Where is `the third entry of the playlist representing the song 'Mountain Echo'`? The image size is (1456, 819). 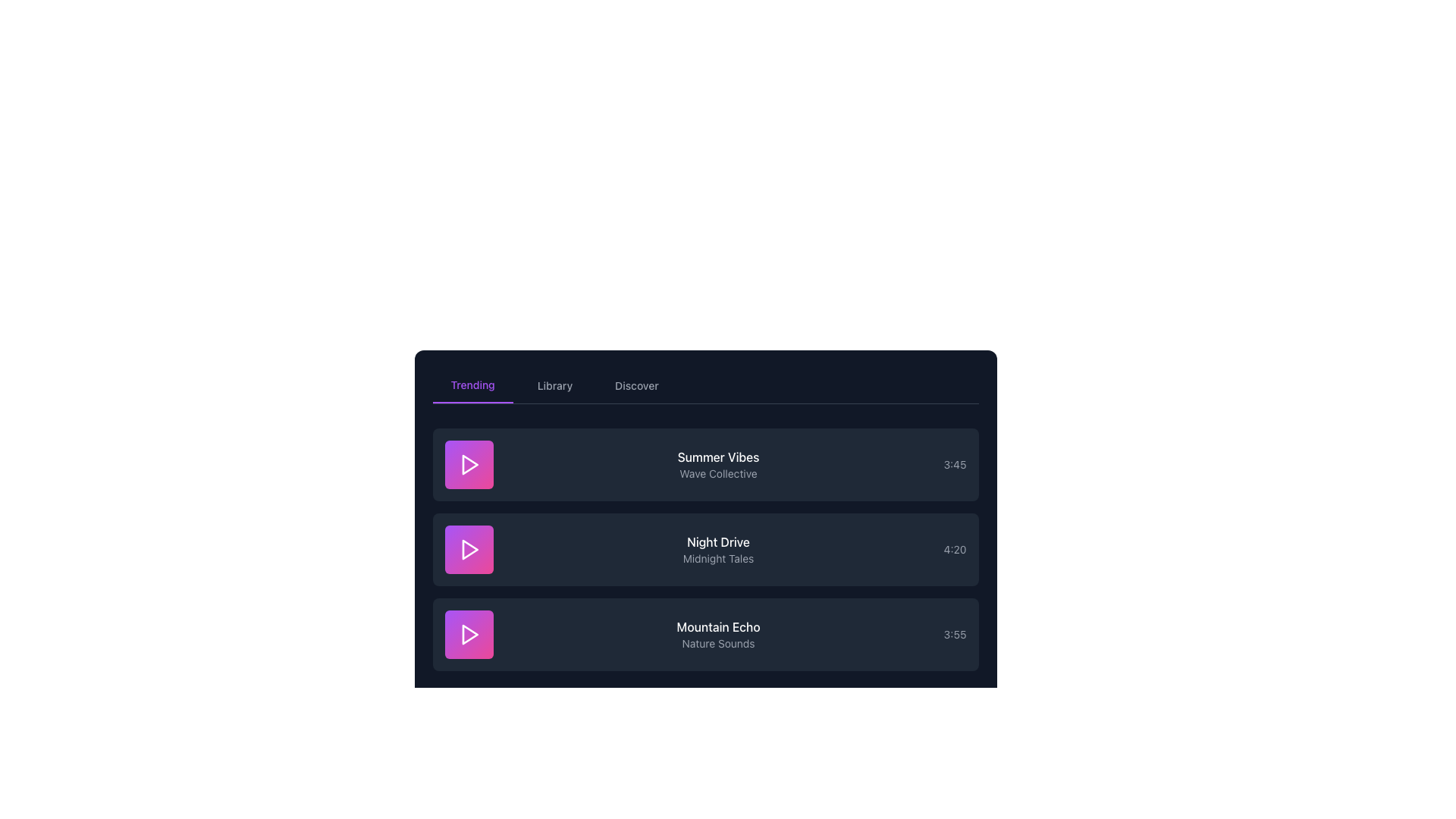
the third entry of the playlist representing the song 'Mountain Echo' is located at coordinates (704, 635).